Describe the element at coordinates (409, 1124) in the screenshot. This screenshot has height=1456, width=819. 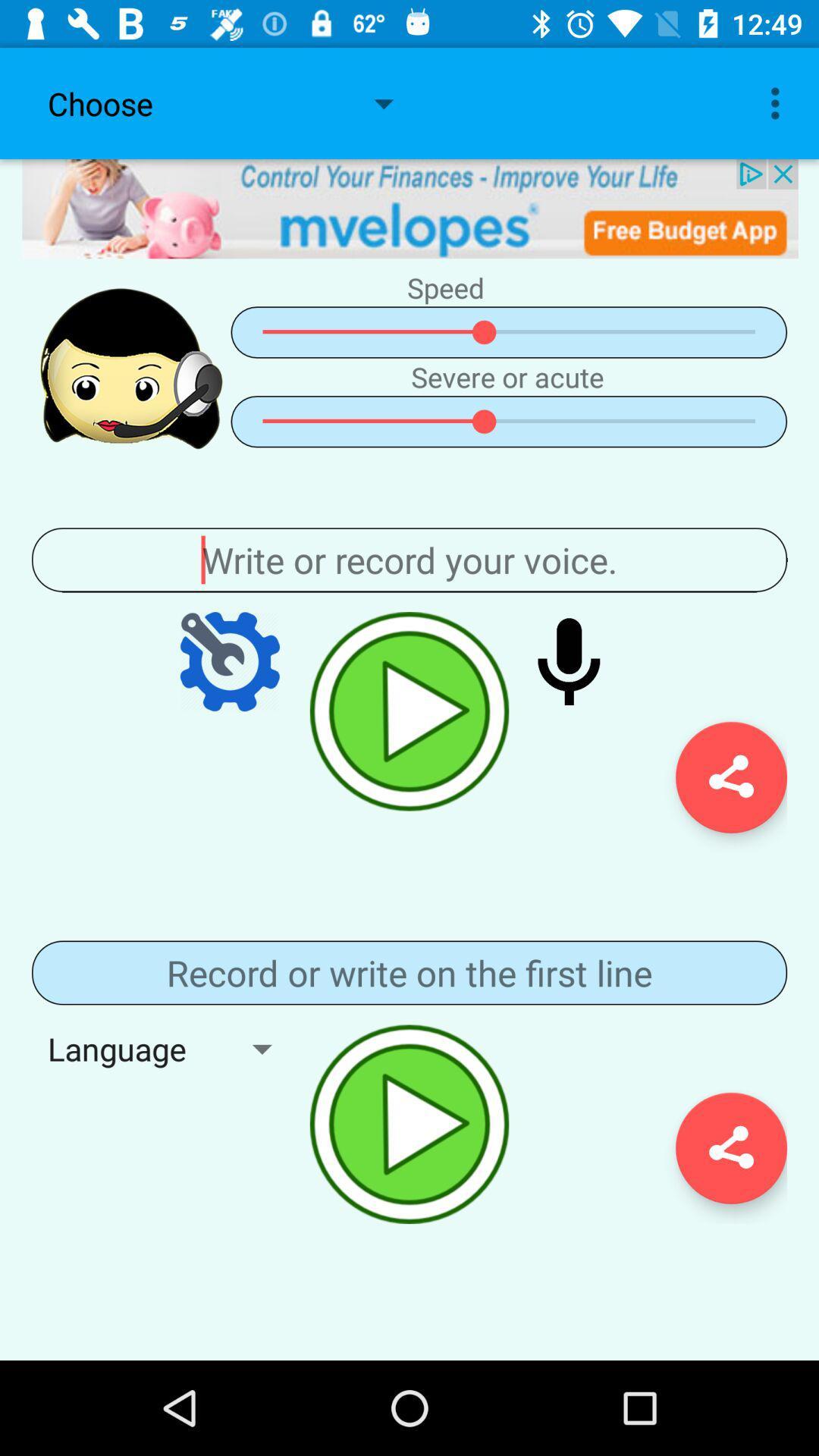
I see `play` at that location.